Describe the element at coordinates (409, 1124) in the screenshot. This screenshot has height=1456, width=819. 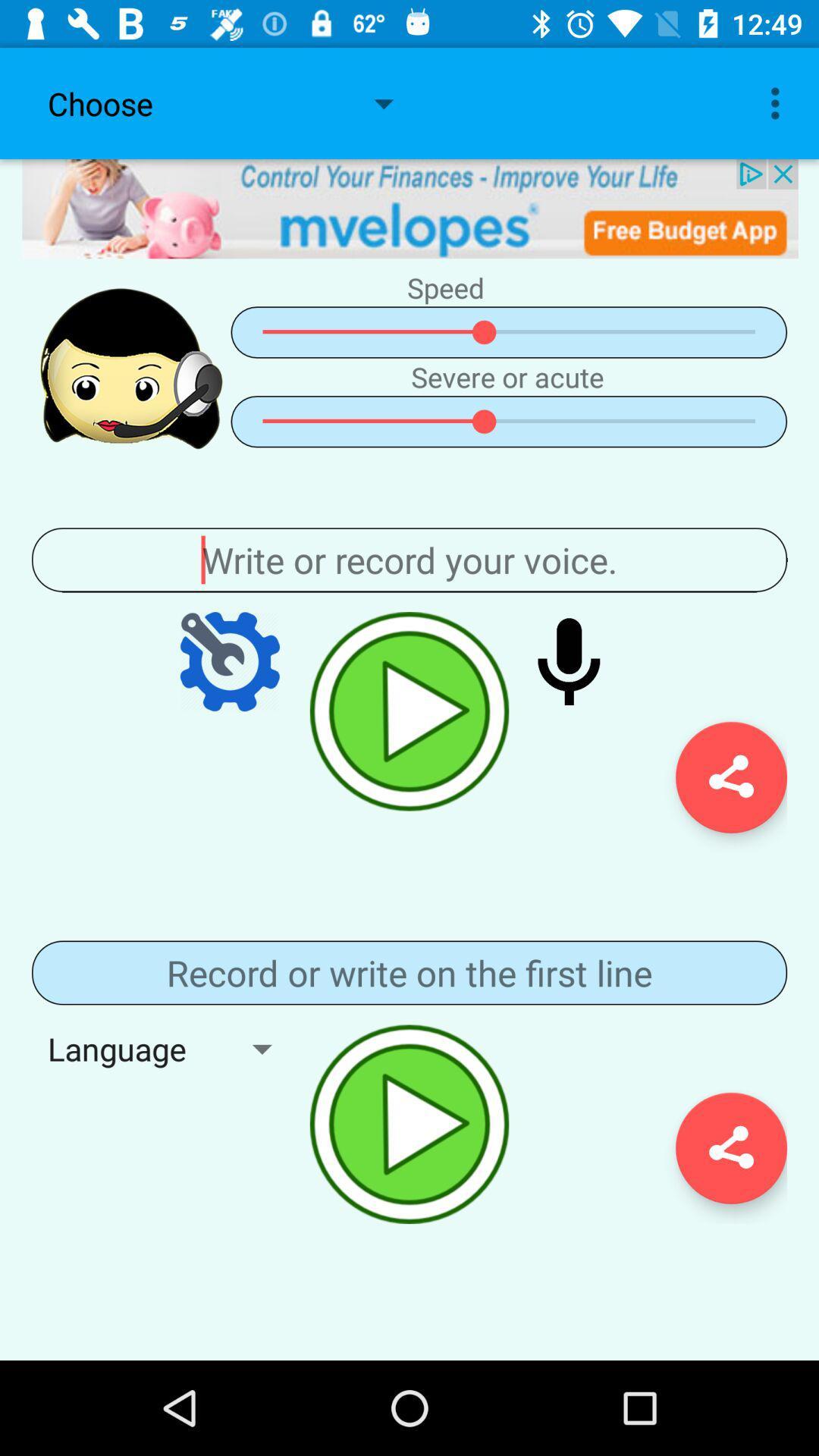
I see `play` at that location.